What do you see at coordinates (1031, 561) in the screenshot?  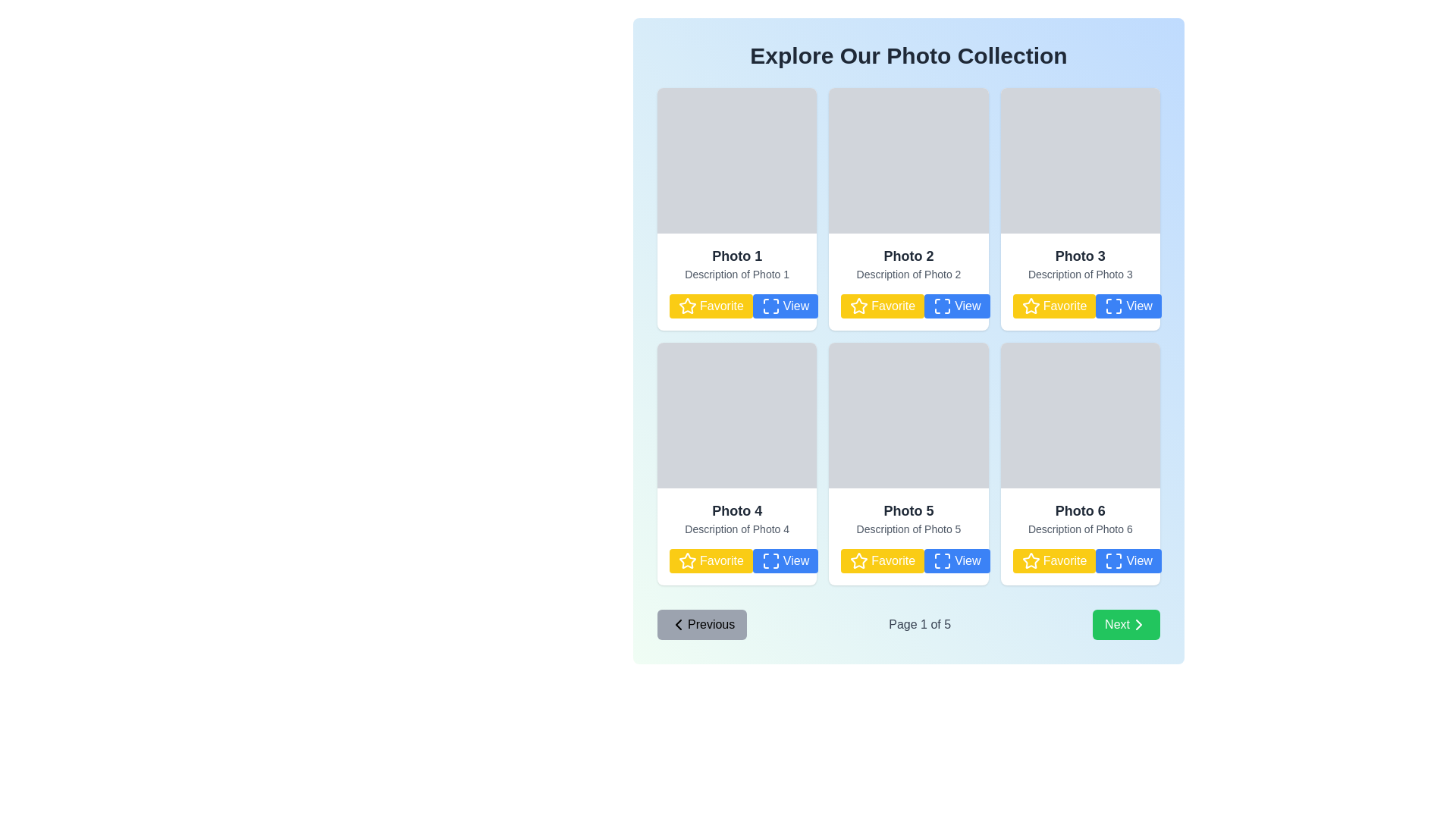 I see `the 'Favorite' star icon located to the left of the text 'Favorite' within its button at the bottom of the sixth photo in the grid` at bounding box center [1031, 561].